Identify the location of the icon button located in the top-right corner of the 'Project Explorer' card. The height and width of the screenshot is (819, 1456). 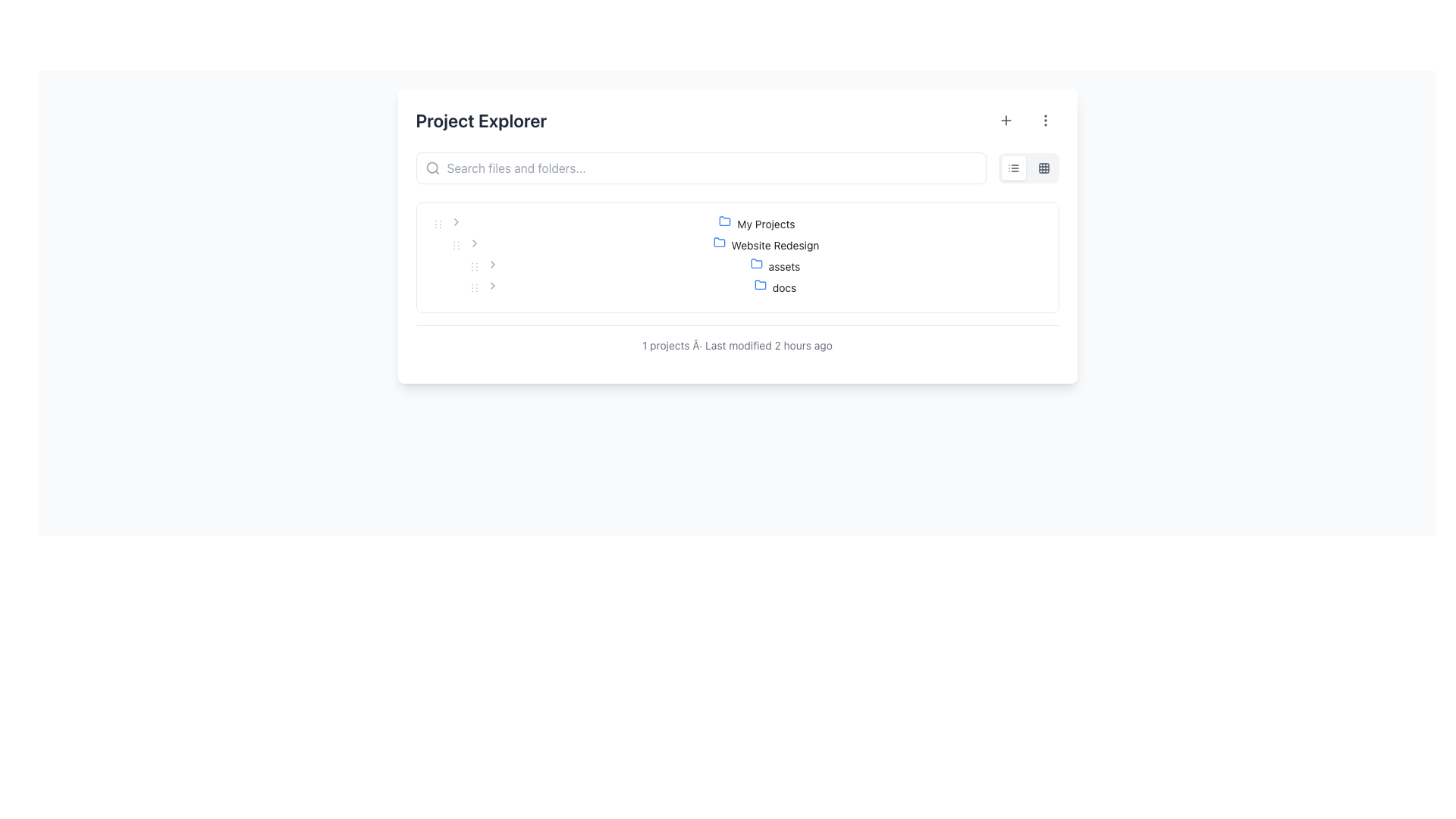
(1044, 119).